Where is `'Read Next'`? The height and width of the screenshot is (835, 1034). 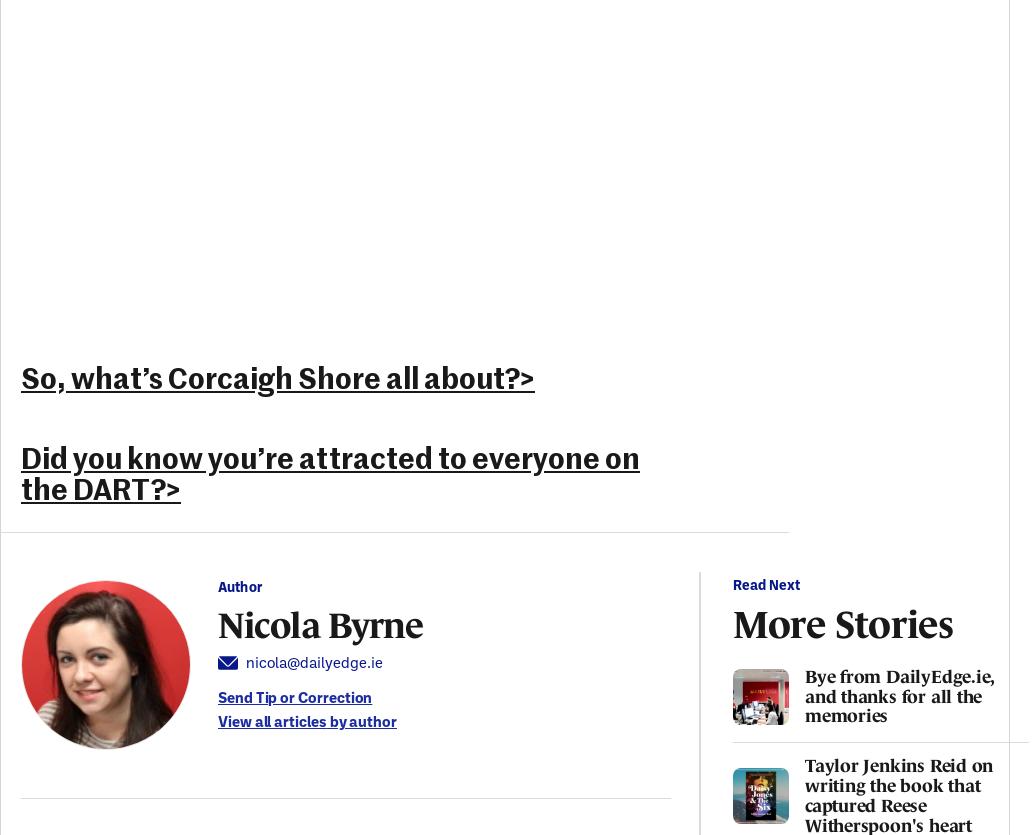 'Read Next' is located at coordinates (766, 584).